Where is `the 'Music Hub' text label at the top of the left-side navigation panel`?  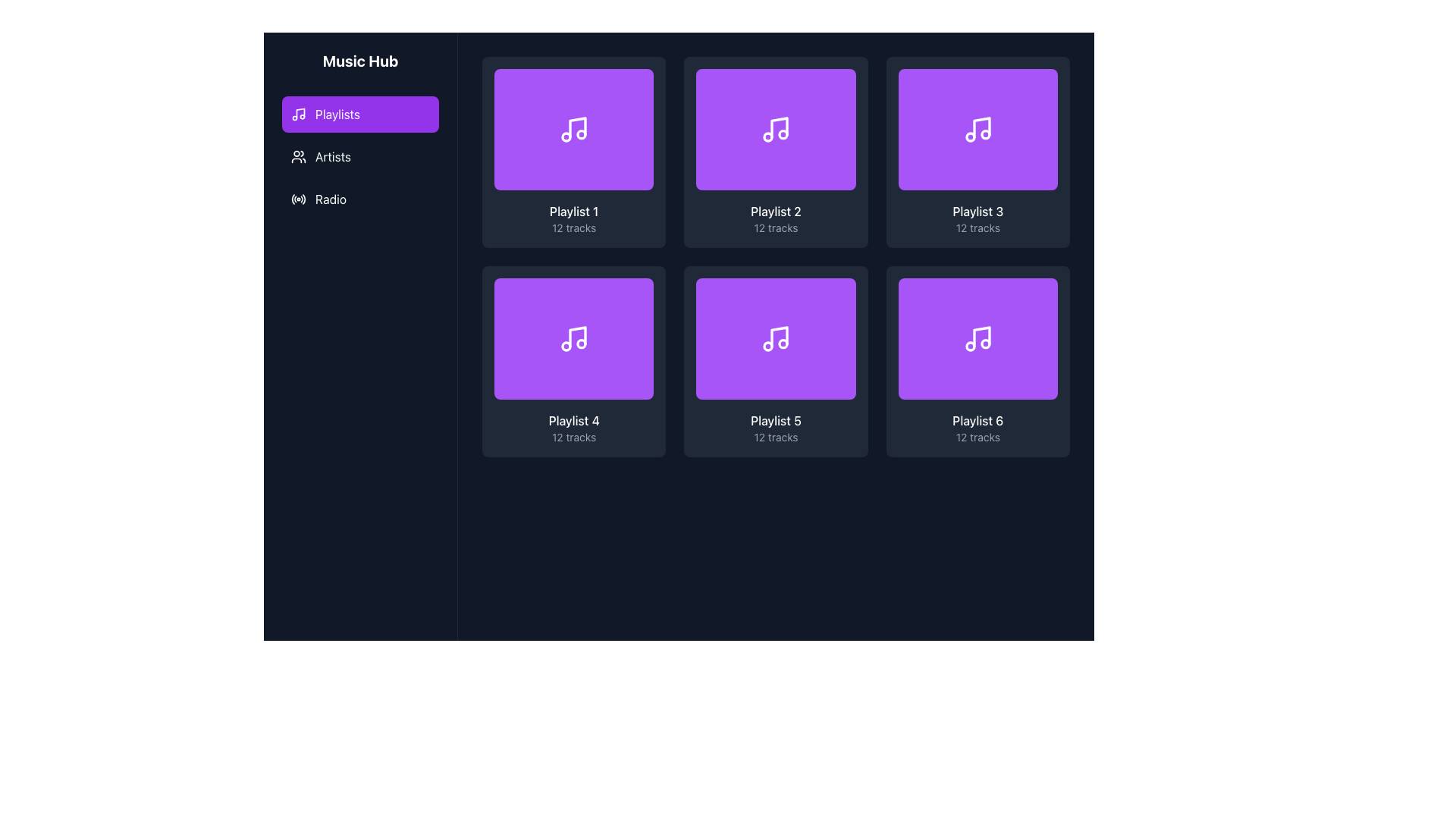 the 'Music Hub' text label at the top of the left-side navigation panel is located at coordinates (359, 61).